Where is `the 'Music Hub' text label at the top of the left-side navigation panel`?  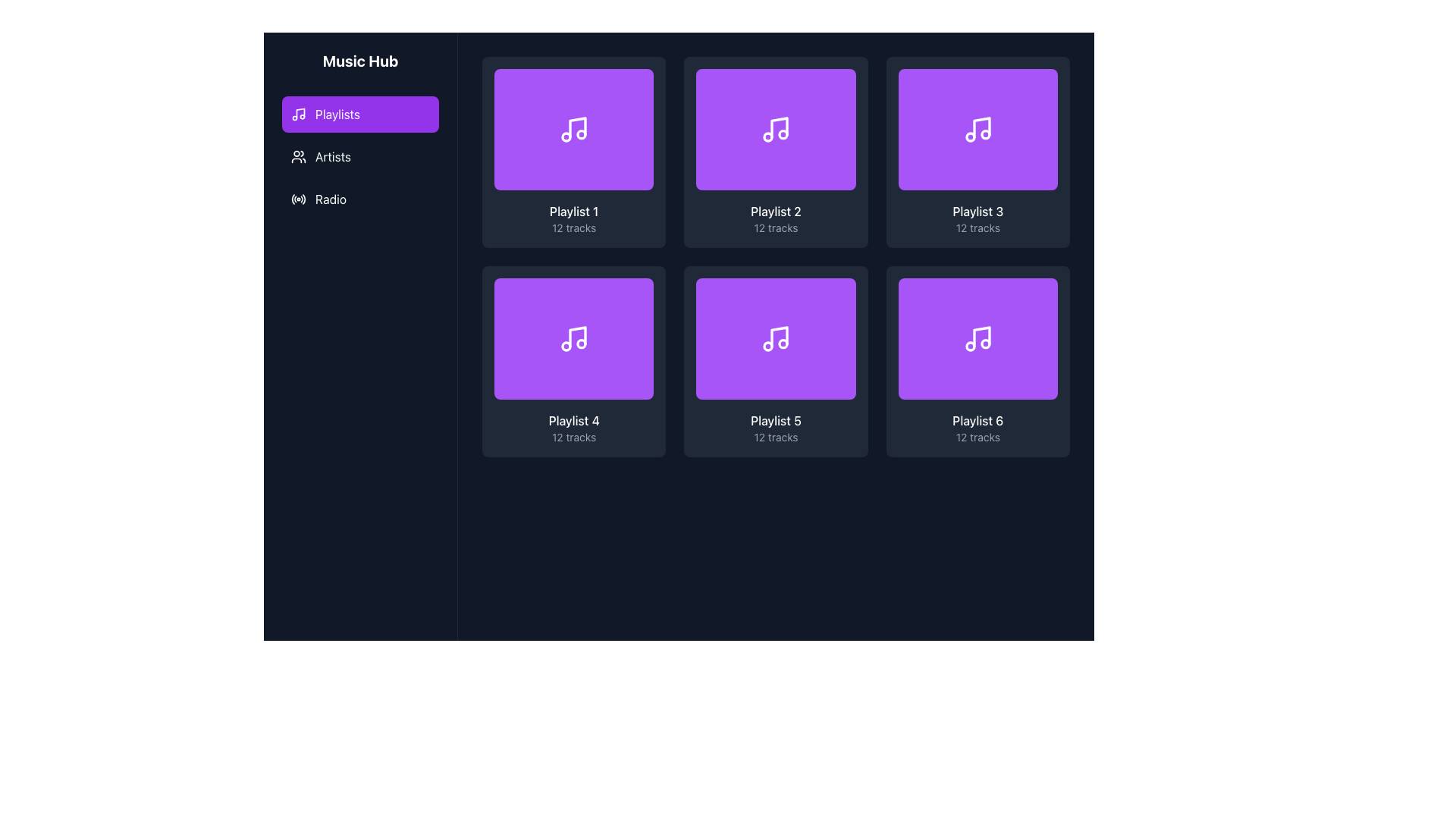 the 'Music Hub' text label at the top of the left-side navigation panel is located at coordinates (359, 61).